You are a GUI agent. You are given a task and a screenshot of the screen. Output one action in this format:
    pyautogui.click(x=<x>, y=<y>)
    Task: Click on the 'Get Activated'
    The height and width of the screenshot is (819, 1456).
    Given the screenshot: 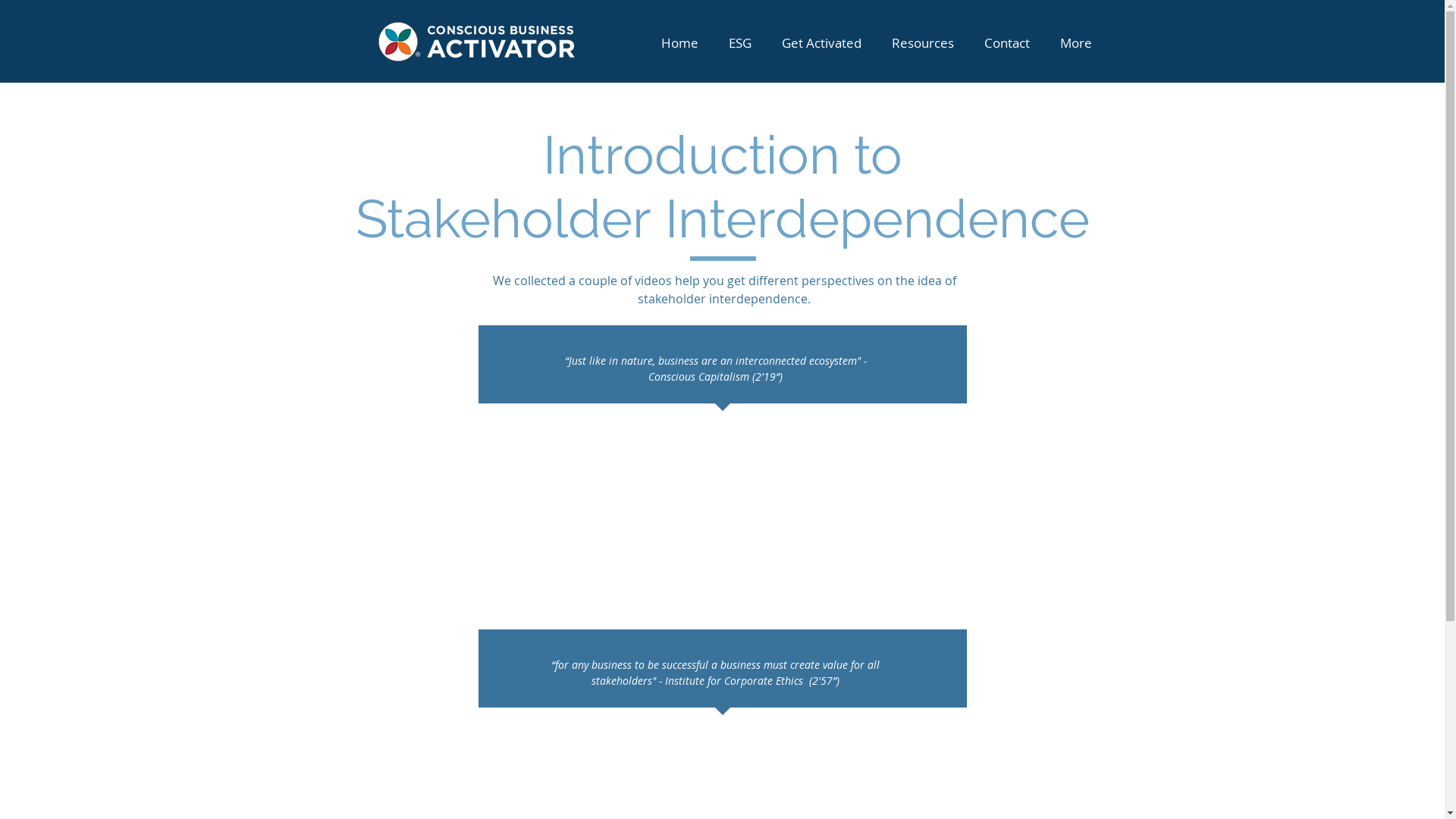 What is the action you would take?
    pyautogui.click(x=820, y=42)
    